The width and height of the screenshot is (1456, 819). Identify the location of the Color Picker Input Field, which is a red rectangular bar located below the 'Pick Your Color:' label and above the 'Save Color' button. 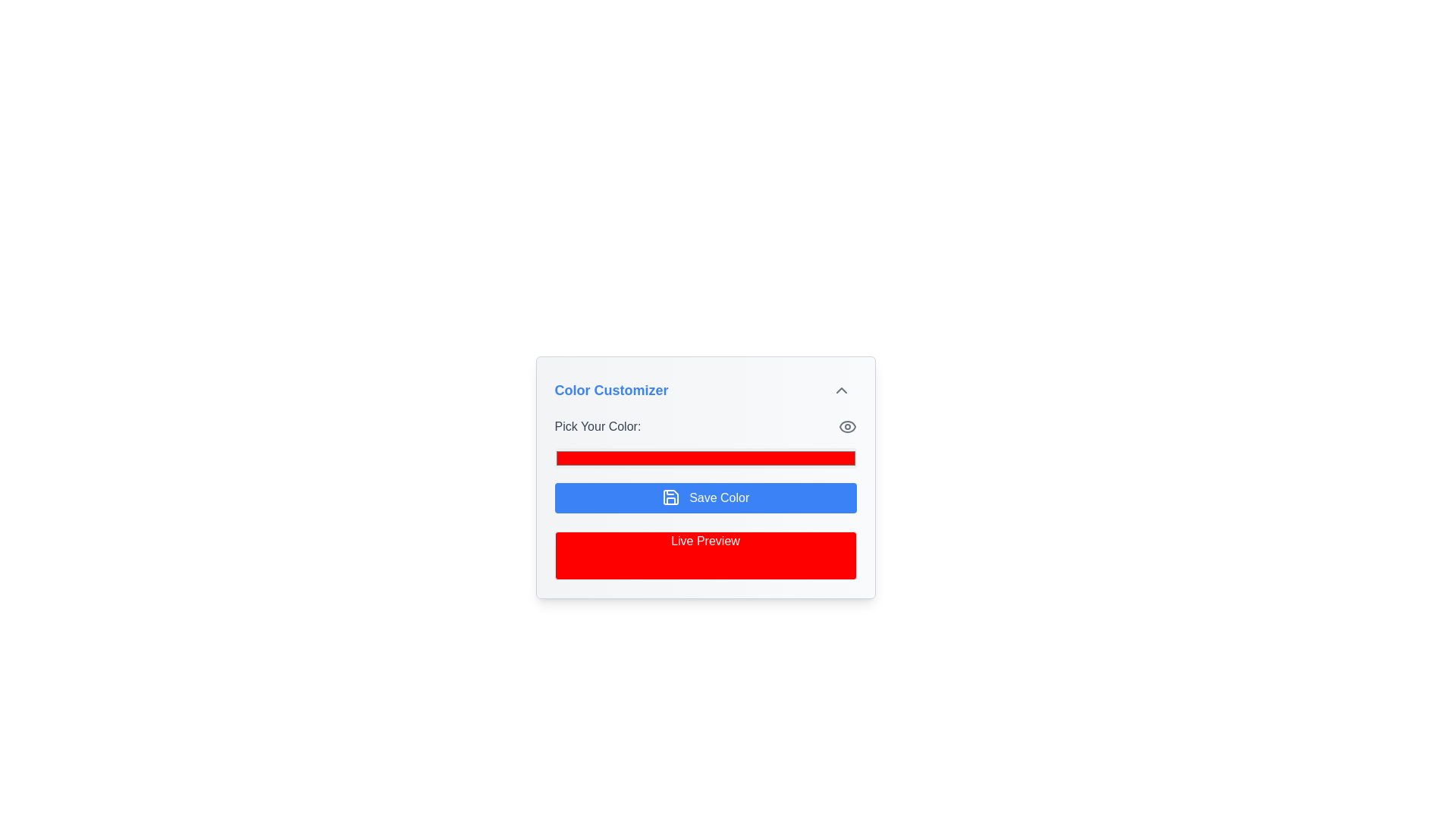
(704, 457).